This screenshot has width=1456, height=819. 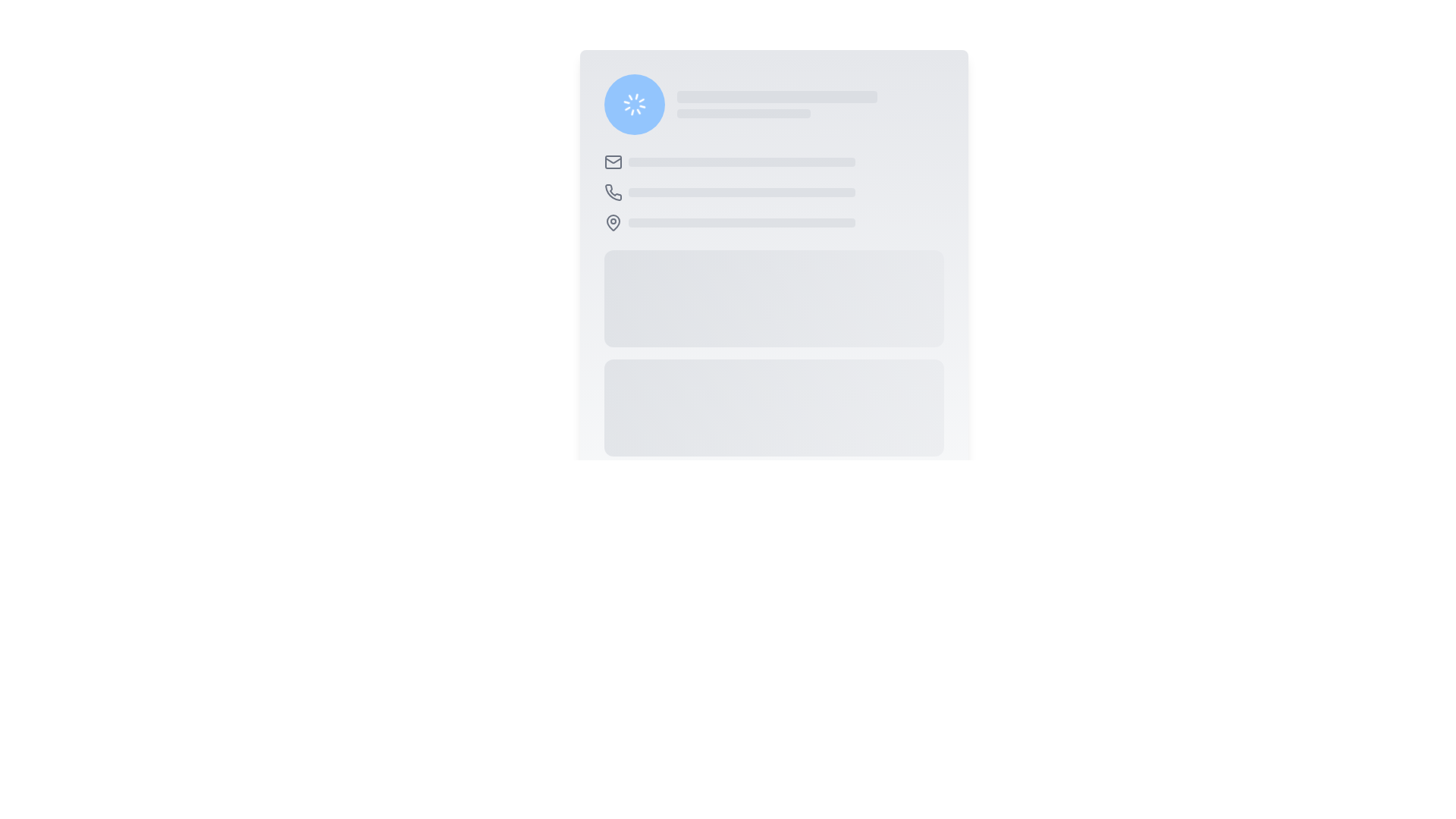 I want to click on the individual parts of the group of placeholder lines with accompanying icons that serve as placeholders for contact information, so click(x=773, y=192).